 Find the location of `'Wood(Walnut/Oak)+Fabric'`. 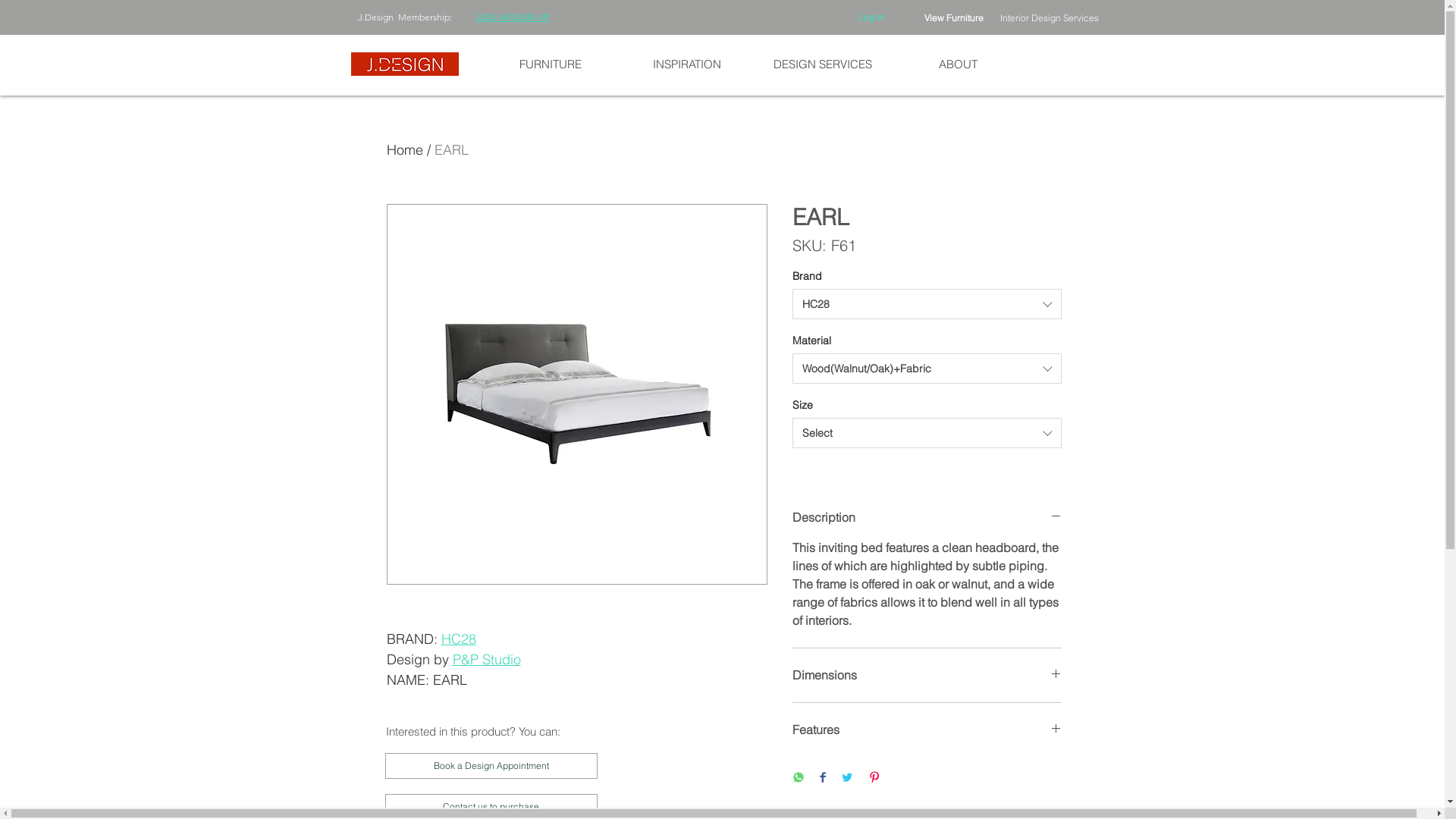

'Wood(Walnut/Oak)+Fabric' is located at coordinates (925, 369).